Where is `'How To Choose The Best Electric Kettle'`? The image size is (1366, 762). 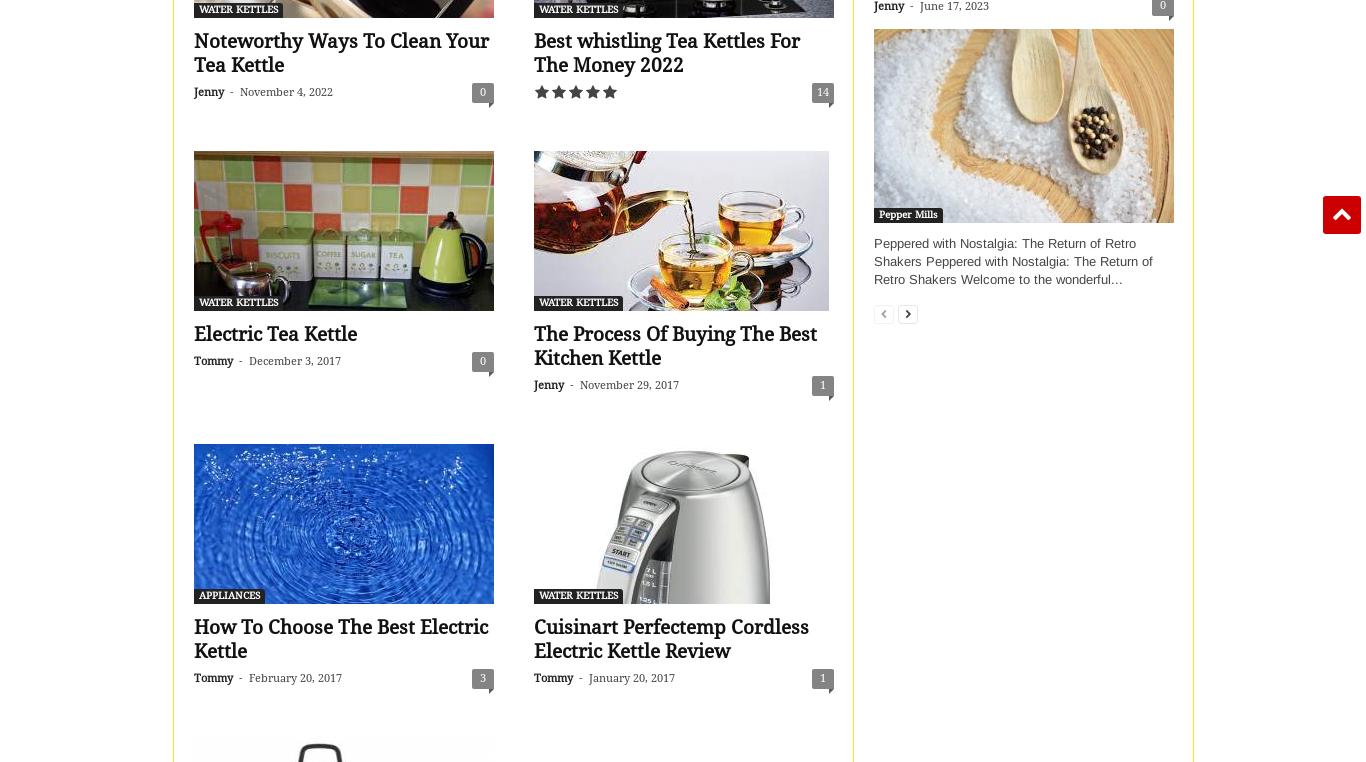
'How To Choose The Best Electric Kettle' is located at coordinates (339, 638).